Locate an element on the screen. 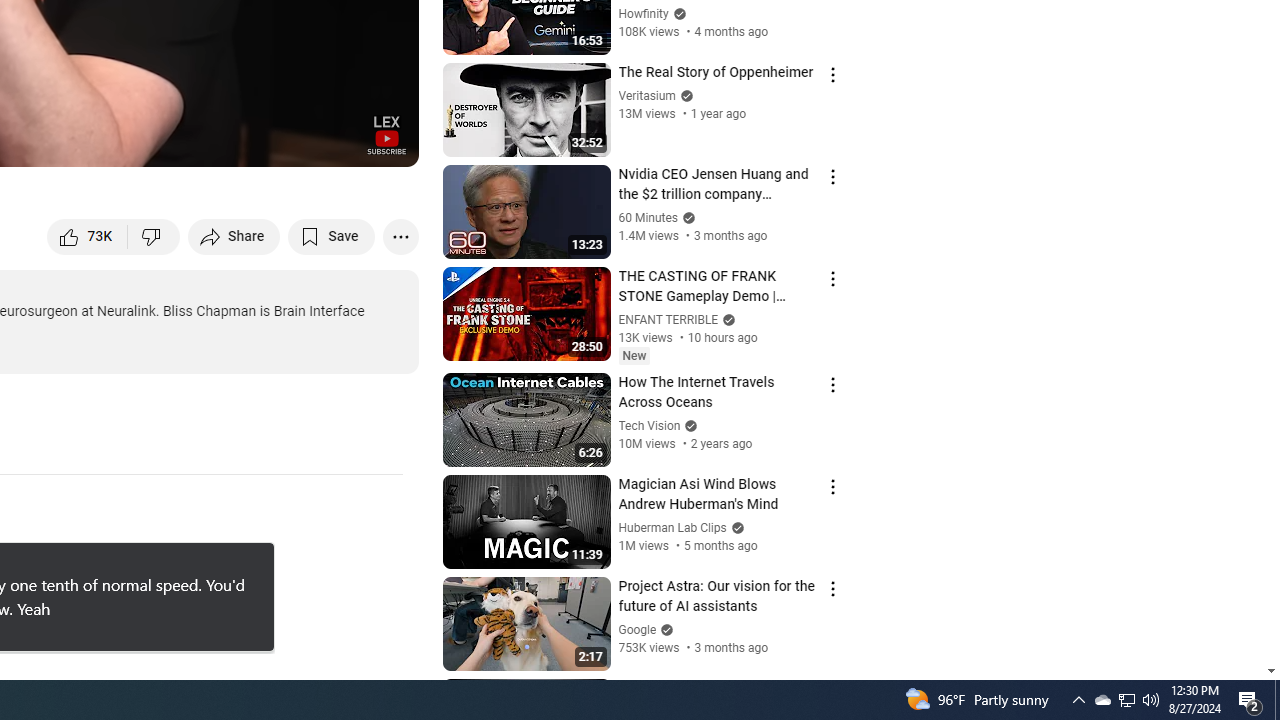 This screenshot has width=1280, height=720. 'Action menu' is located at coordinates (832, 689).